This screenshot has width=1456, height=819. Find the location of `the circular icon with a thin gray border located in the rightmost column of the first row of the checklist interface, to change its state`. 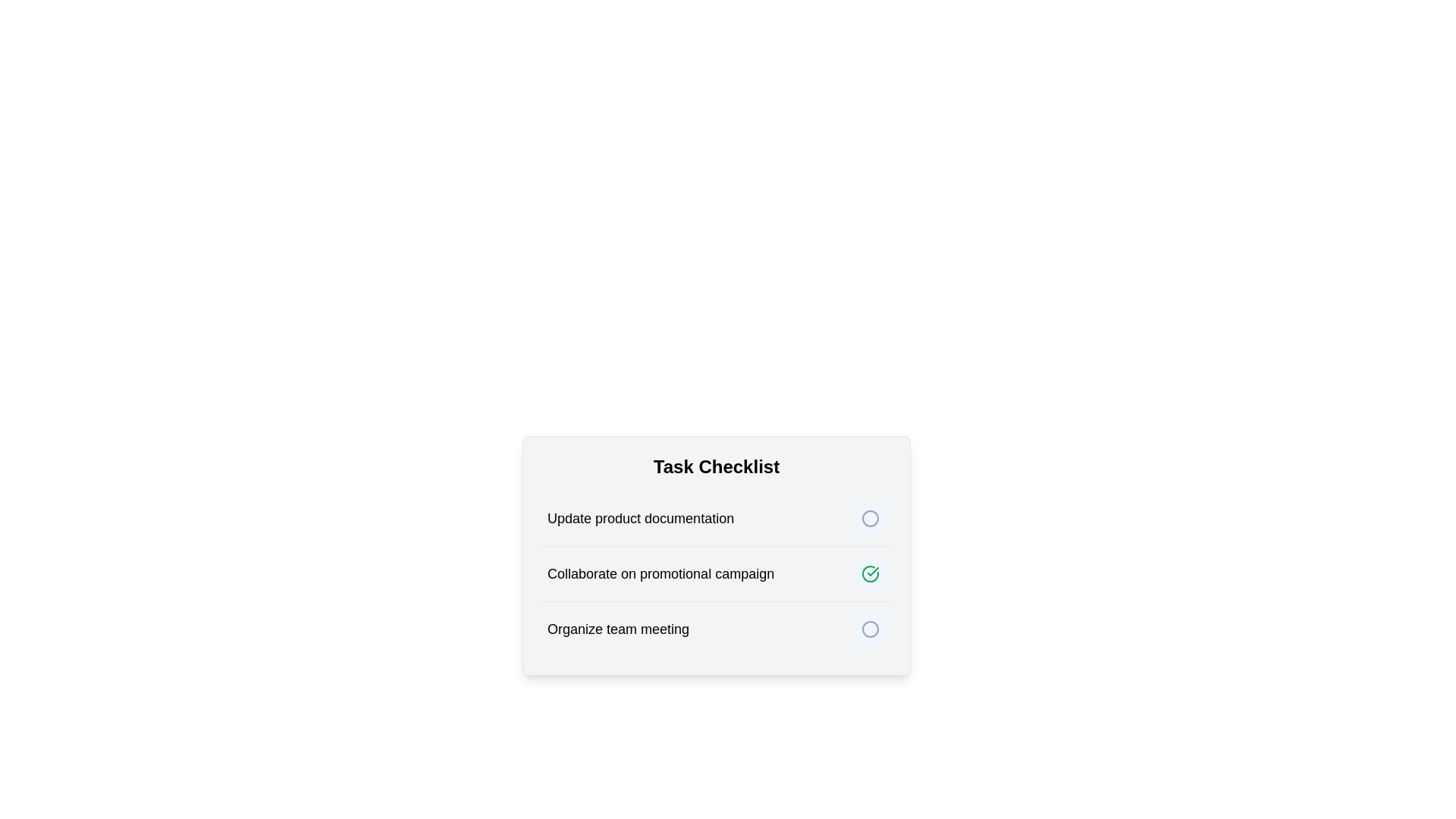

the circular icon with a thin gray border located in the rightmost column of the first row of the checklist interface, to change its state is located at coordinates (870, 517).